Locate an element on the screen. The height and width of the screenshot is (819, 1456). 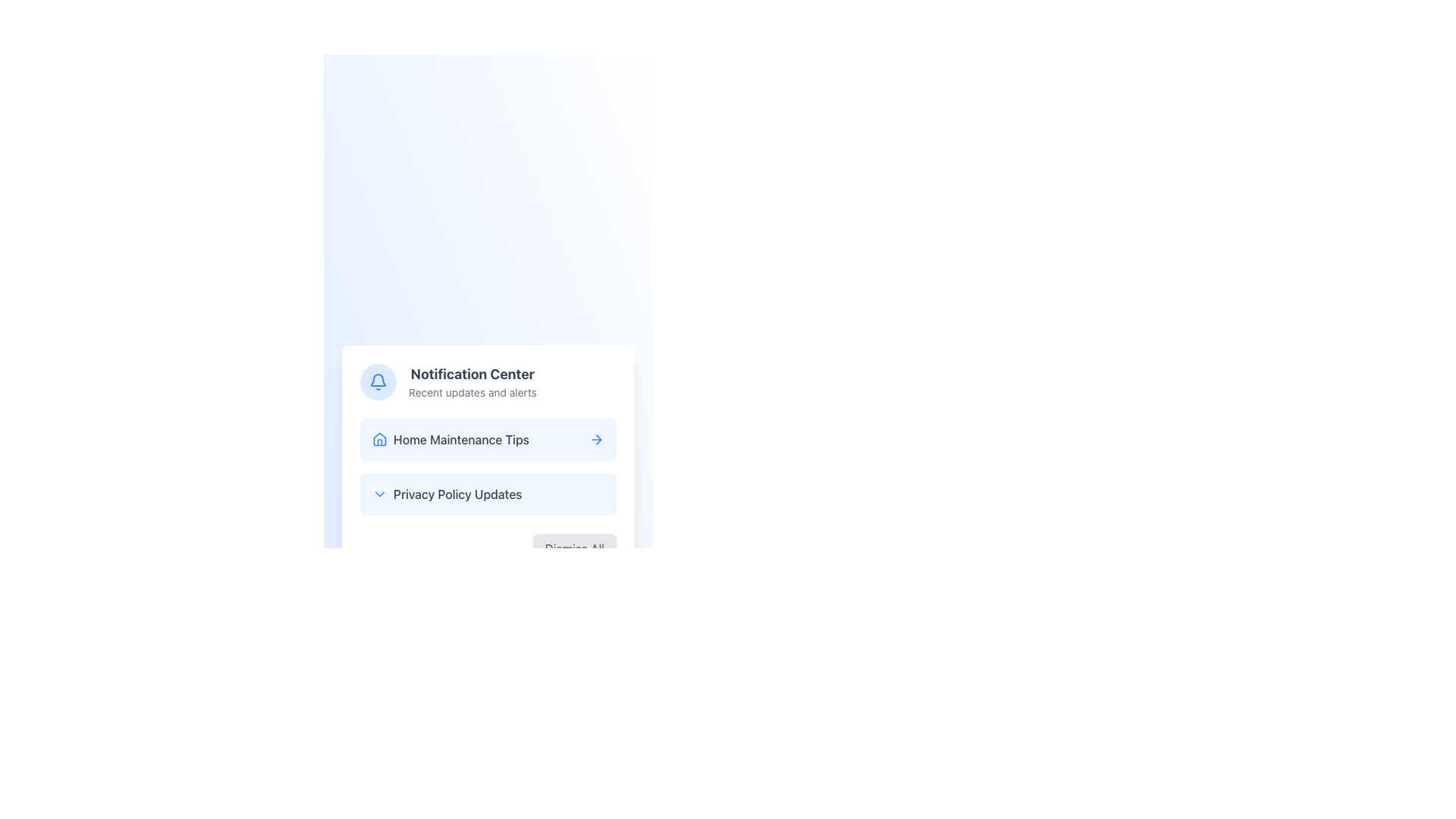
the subtitle text displaying 'Recent updates and alerts' located below the 'Notification Center' heading is located at coordinates (472, 391).